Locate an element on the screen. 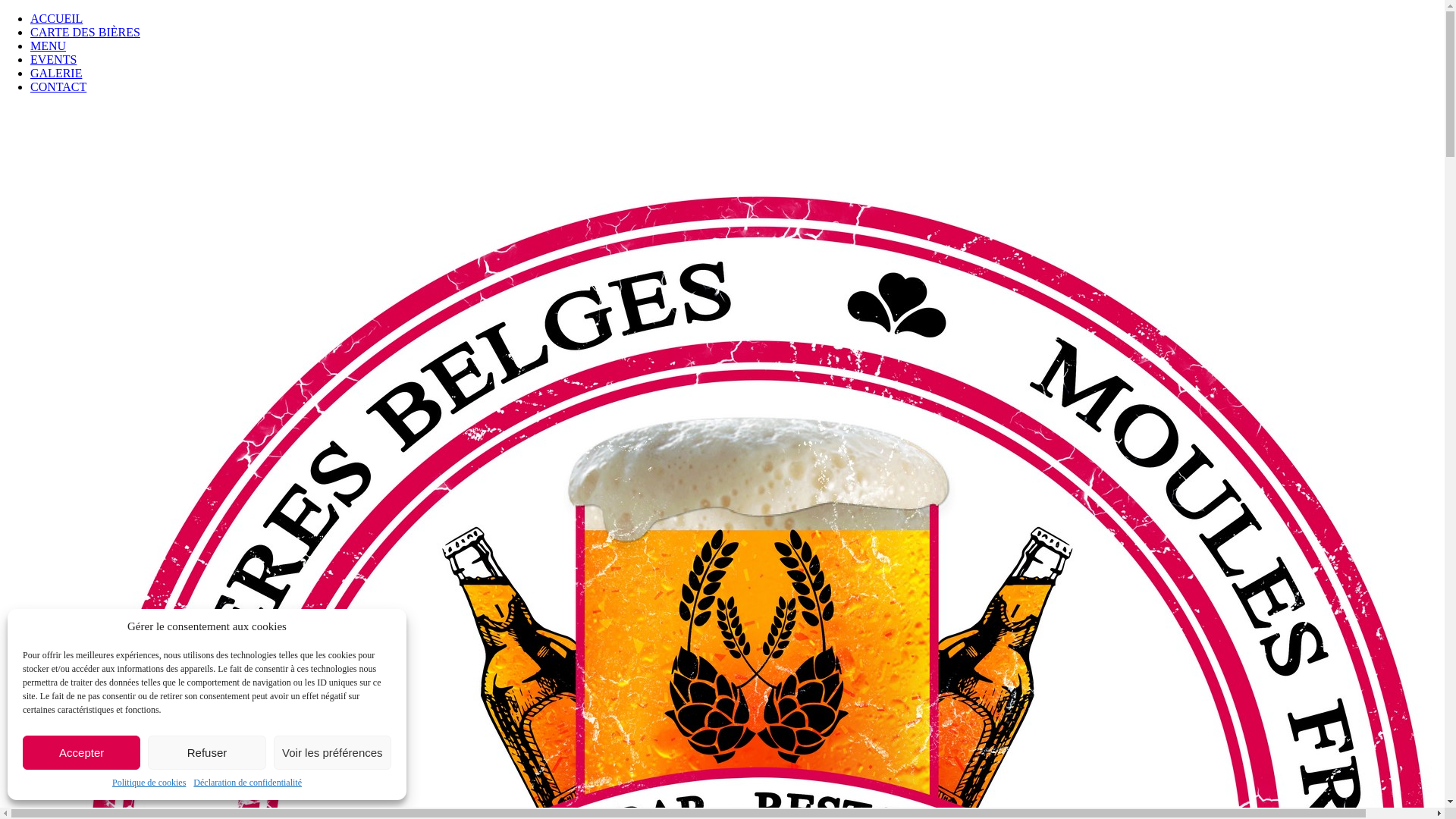 Image resolution: width=1456 pixels, height=819 pixels. 'GALERIE' is located at coordinates (55, 73).